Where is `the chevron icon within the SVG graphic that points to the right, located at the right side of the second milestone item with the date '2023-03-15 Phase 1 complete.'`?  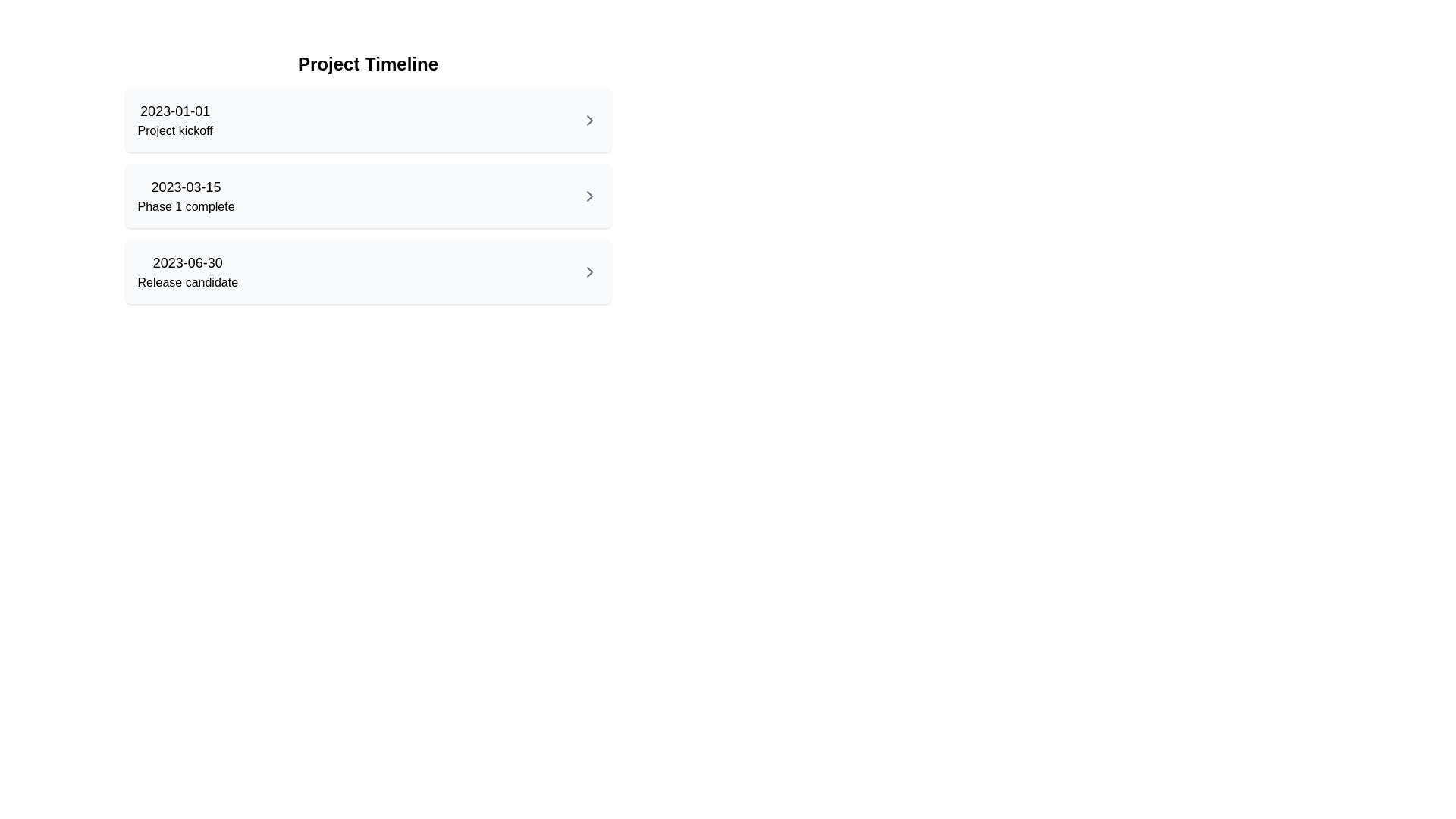
the chevron icon within the SVG graphic that points to the right, located at the right side of the second milestone item with the date '2023-03-15 Phase 1 complete.' is located at coordinates (588, 195).